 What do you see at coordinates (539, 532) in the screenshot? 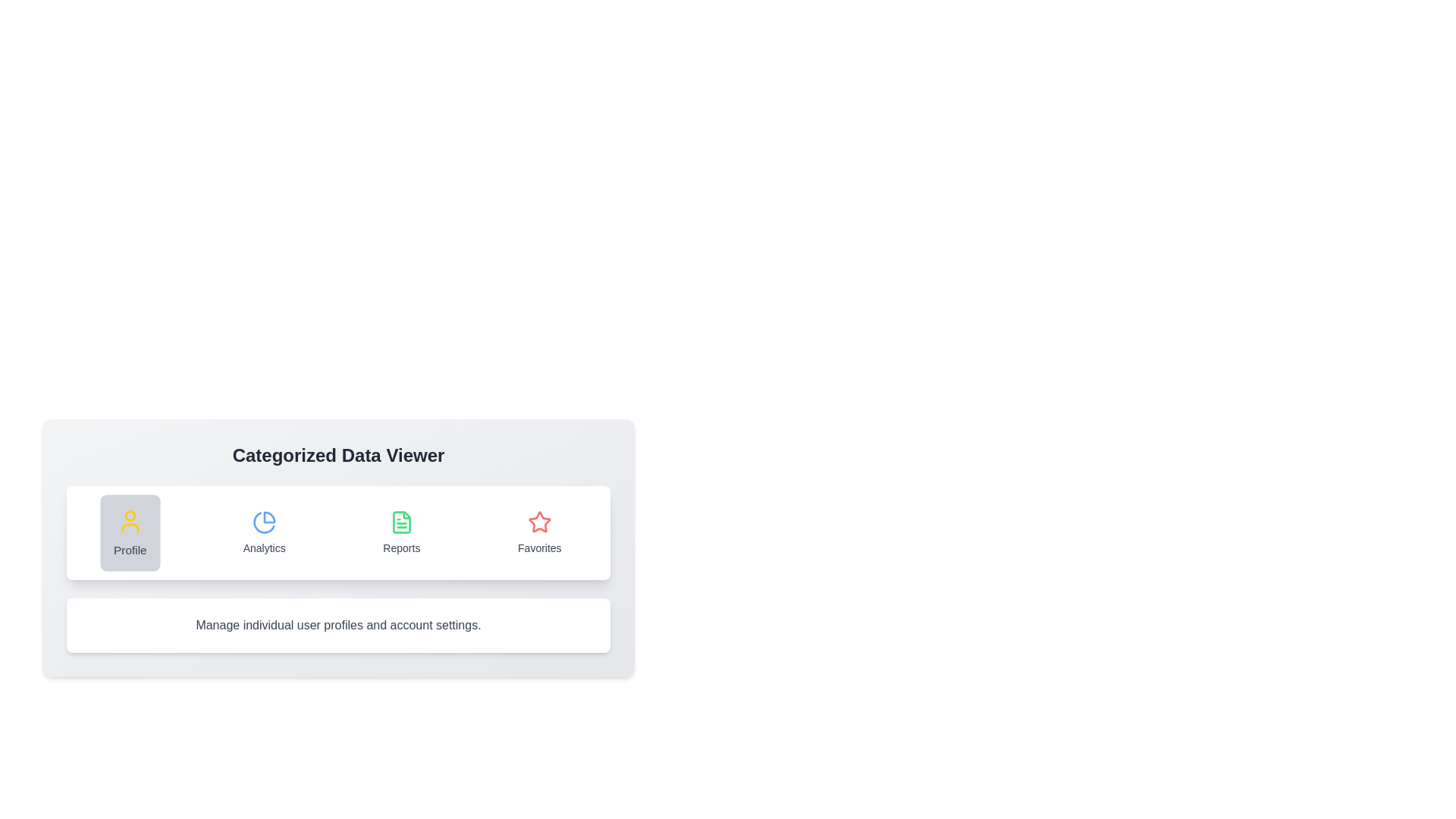
I see `the Favorites tab to view its description` at bounding box center [539, 532].